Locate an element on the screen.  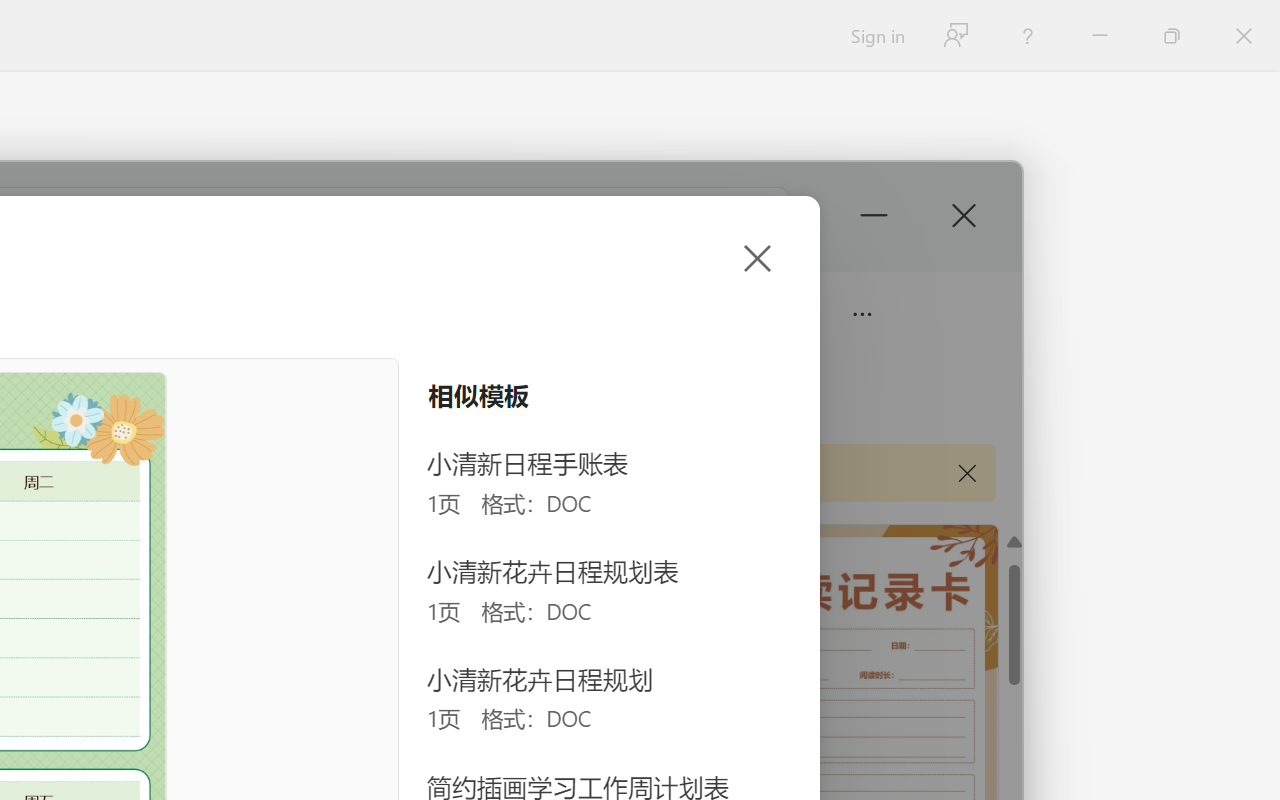
'Sign in' is located at coordinates (876, 34).